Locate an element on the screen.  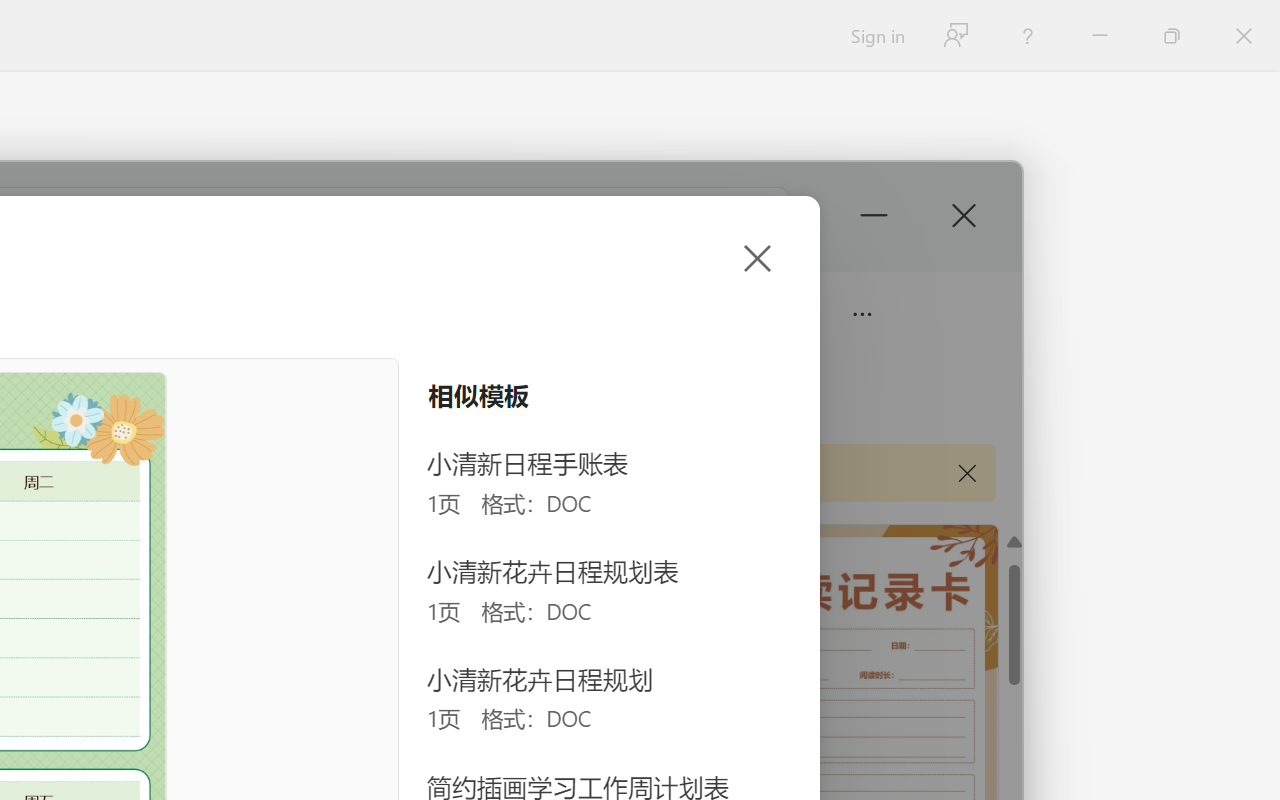
'Sign in' is located at coordinates (876, 34).